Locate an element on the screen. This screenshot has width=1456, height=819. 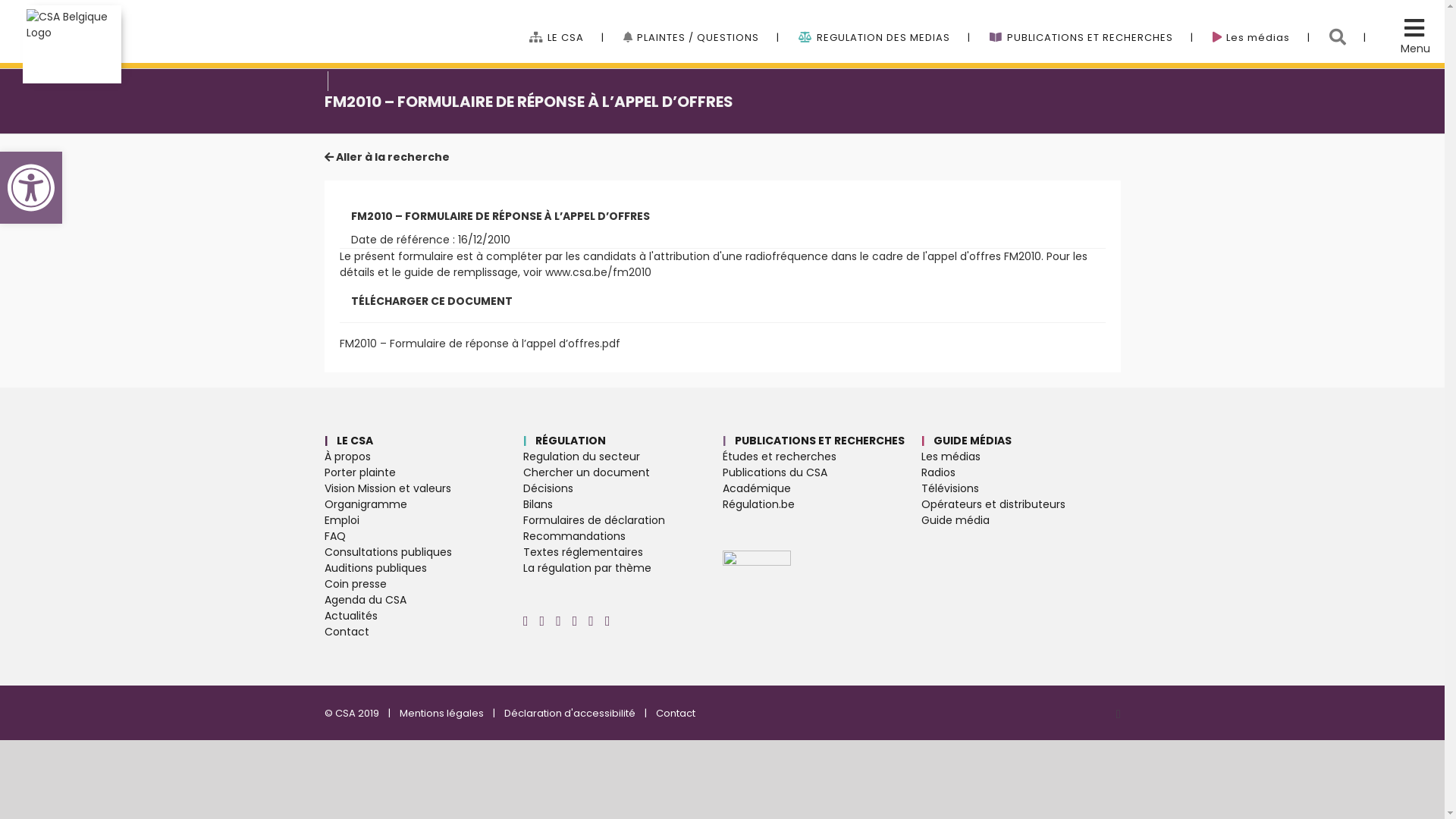
'Emploi' is located at coordinates (323, 519).